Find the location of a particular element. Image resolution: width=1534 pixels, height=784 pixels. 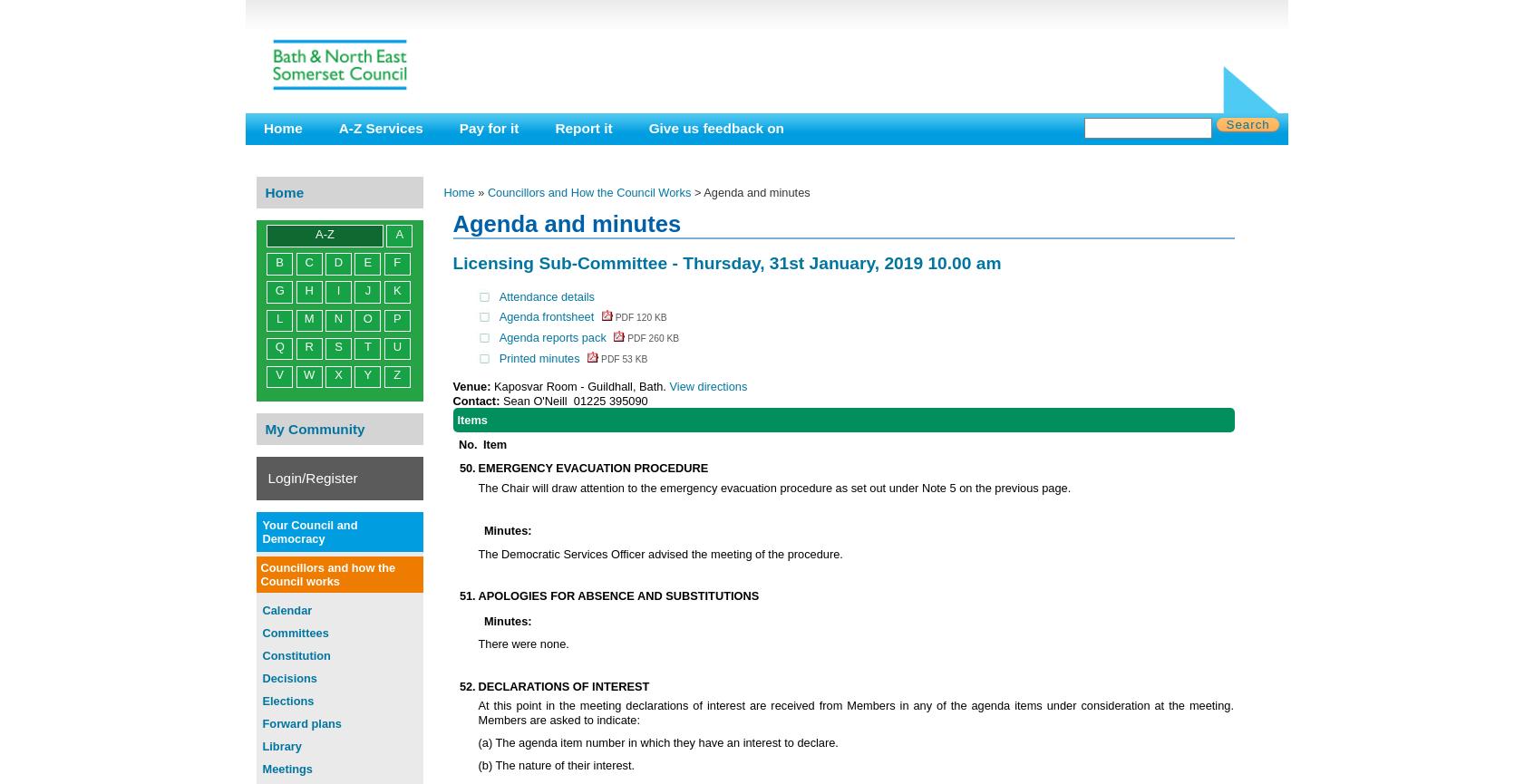

'>' is located at coordinates (696, 191).